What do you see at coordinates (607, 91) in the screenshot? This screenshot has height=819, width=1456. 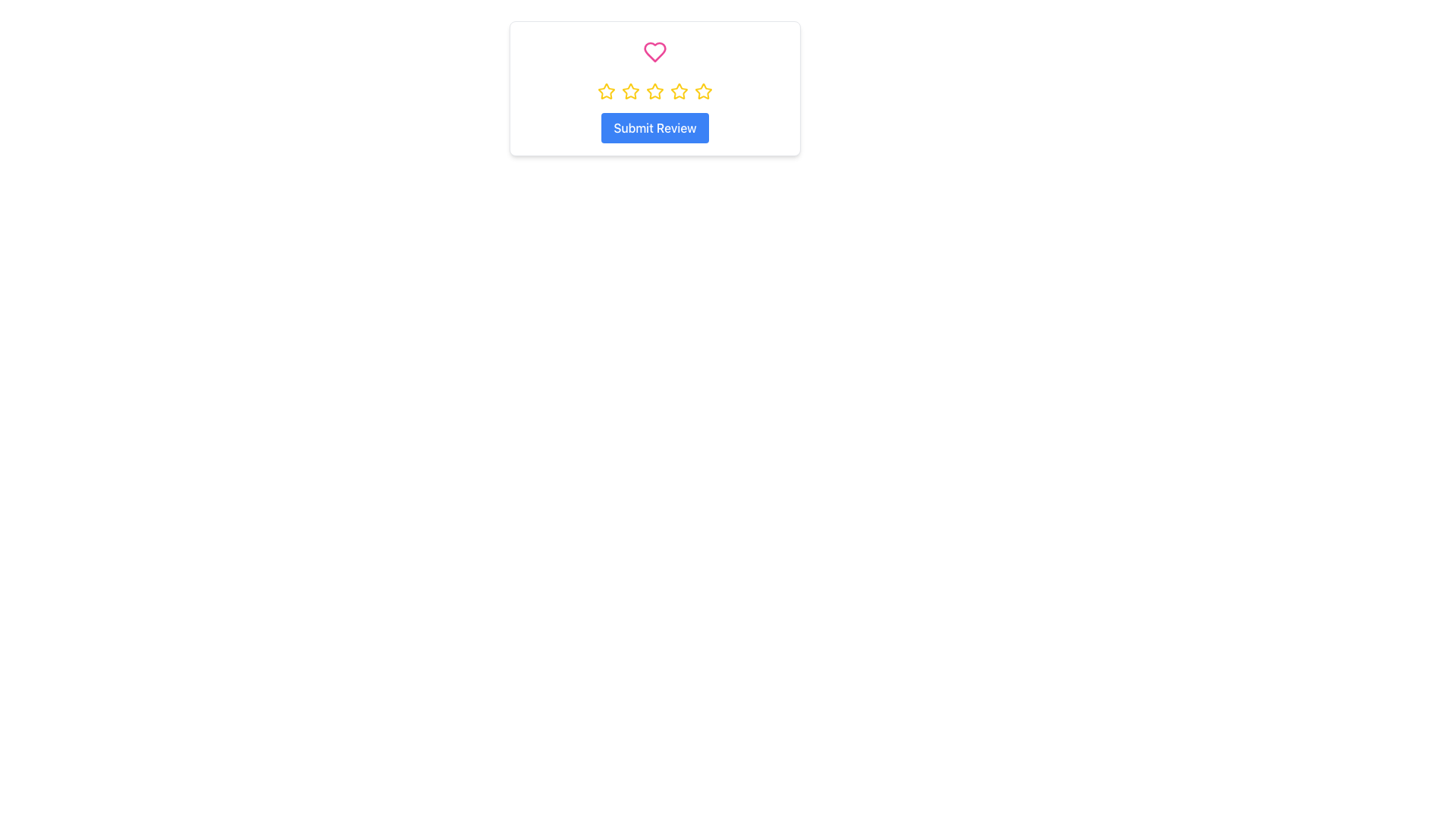 I see `the first star icon in the rating system` at bounding box center [607, 91].